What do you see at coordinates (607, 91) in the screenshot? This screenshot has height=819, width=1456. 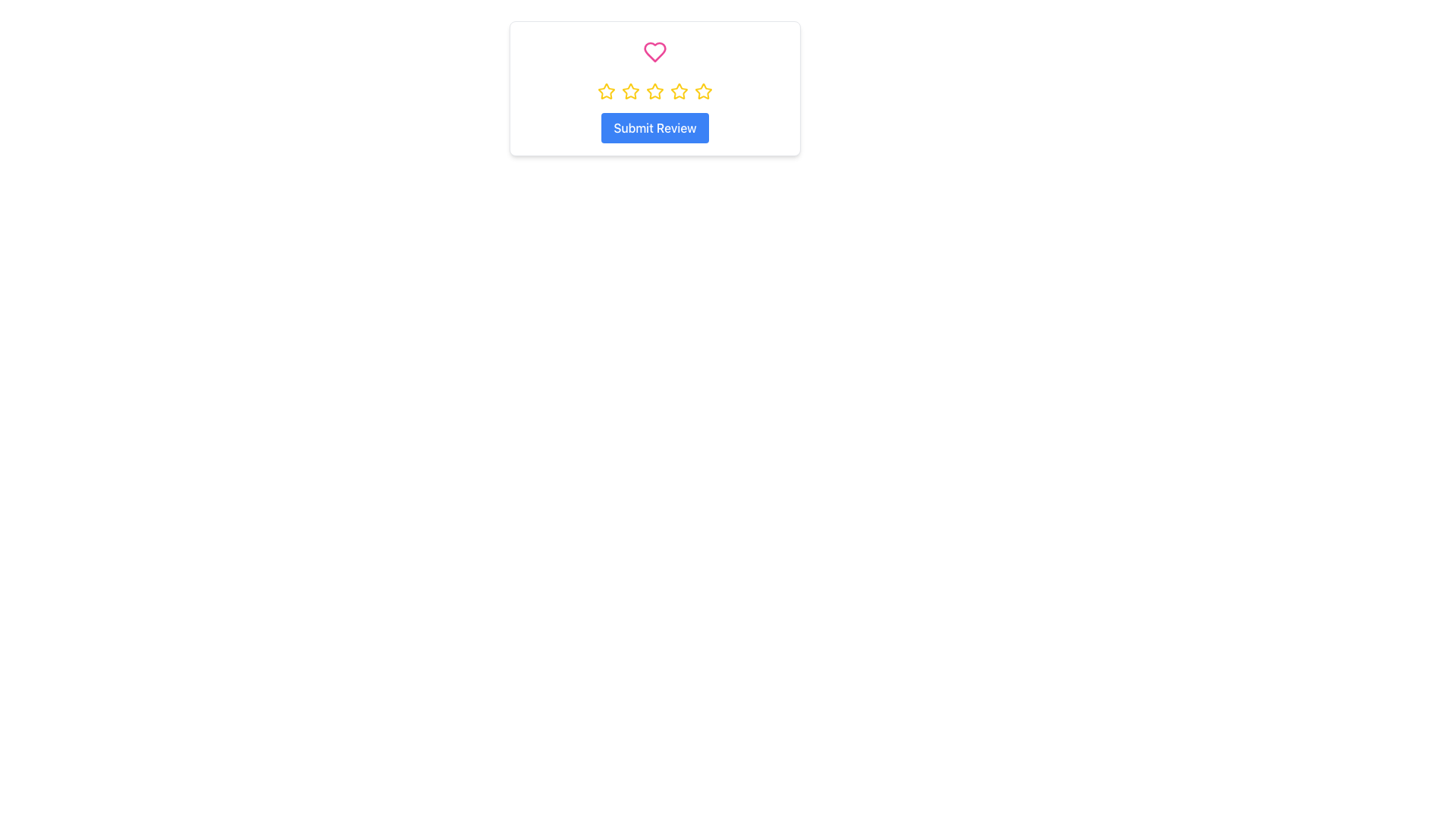 I see `the first star icon in the rating system` at bounding box center [607, 91].